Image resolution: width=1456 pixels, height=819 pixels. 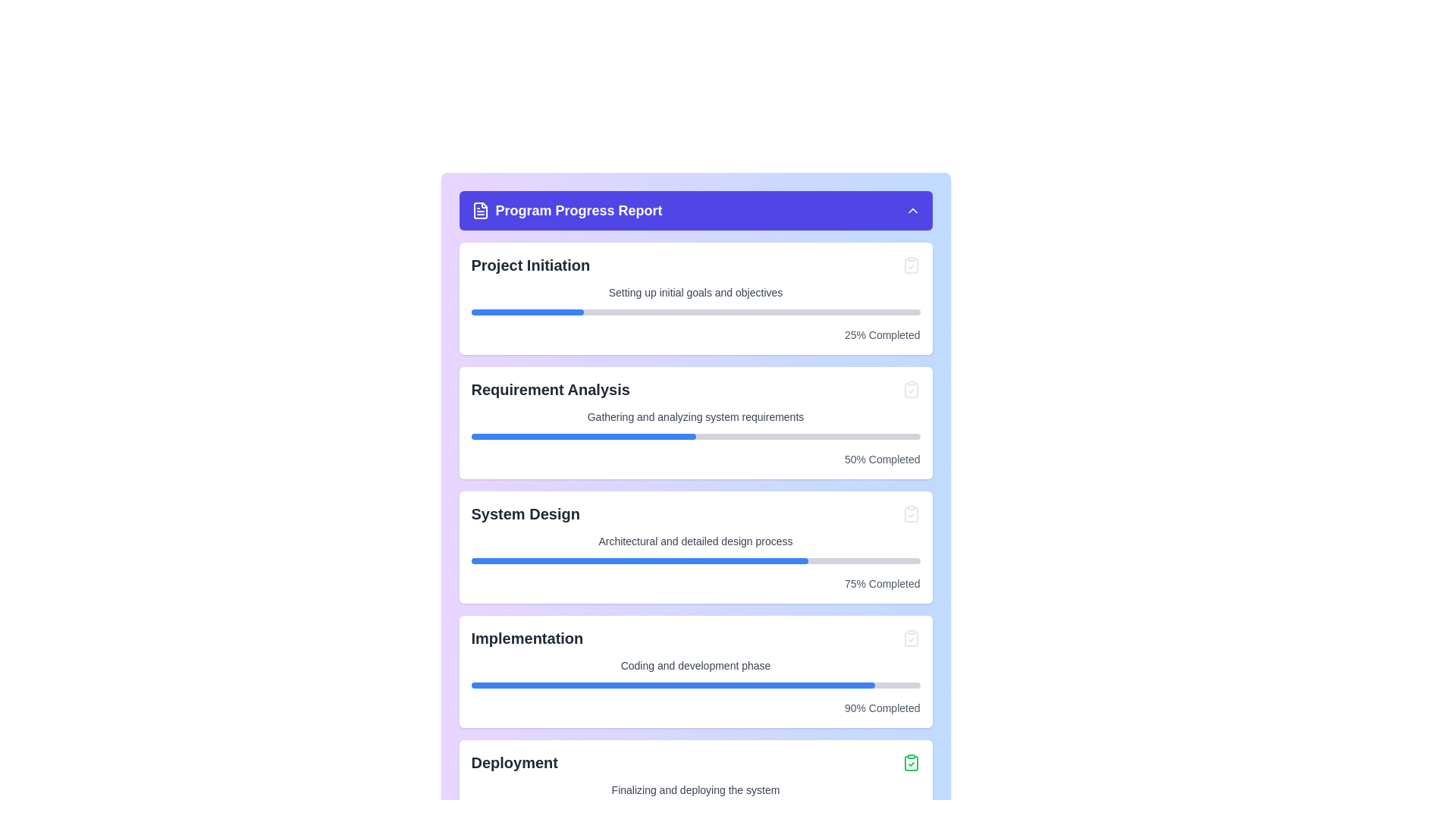 What do you see at coordinates (910, 763) in the screenshot?
I see `the confirmation icon located at the far right of the 'Deployment' section` at bounding box center [910, 763].